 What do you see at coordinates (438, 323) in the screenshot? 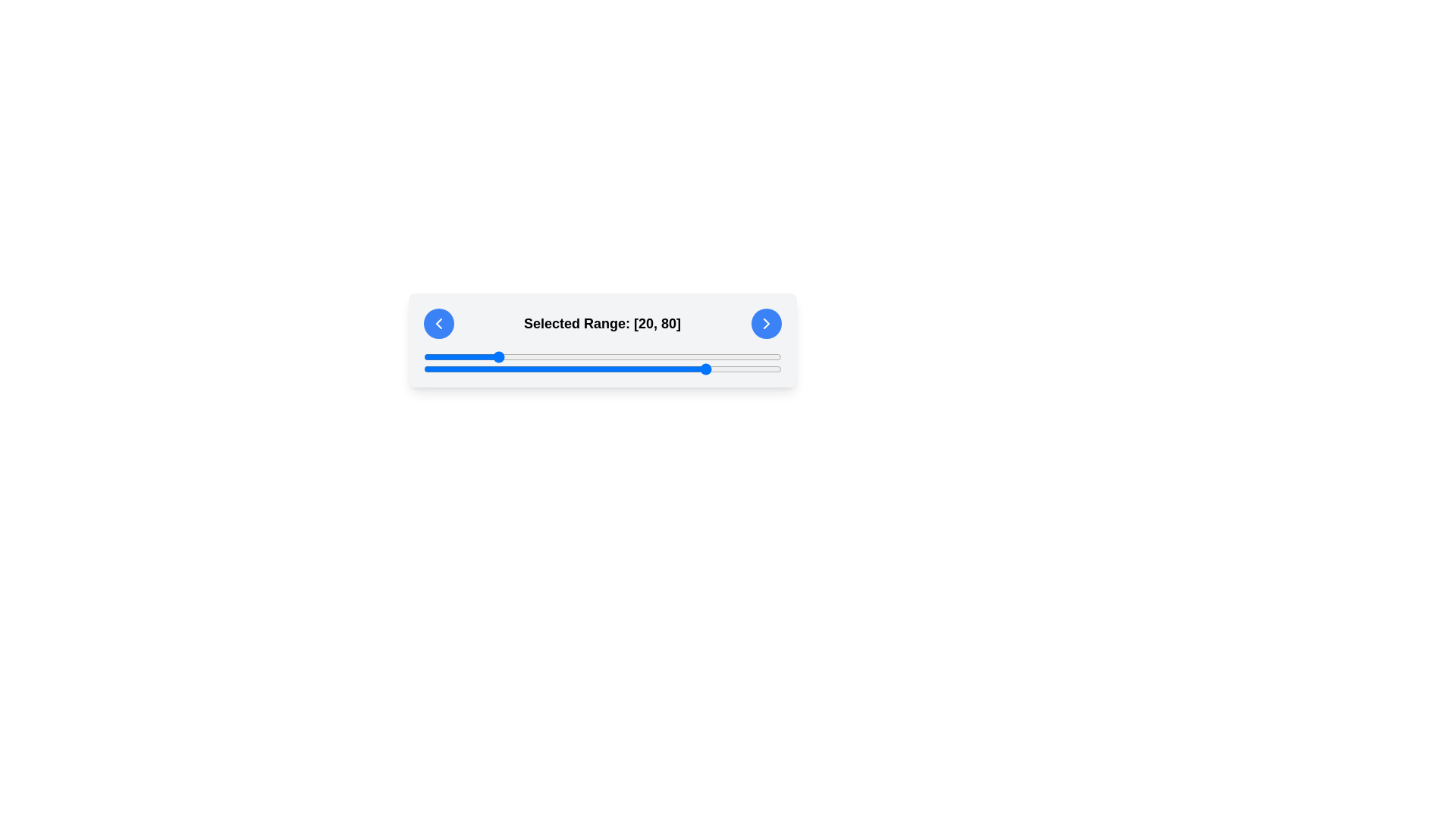
I see `the left-pointing chevron icon within the circular button` at bounding box center [438, 323].